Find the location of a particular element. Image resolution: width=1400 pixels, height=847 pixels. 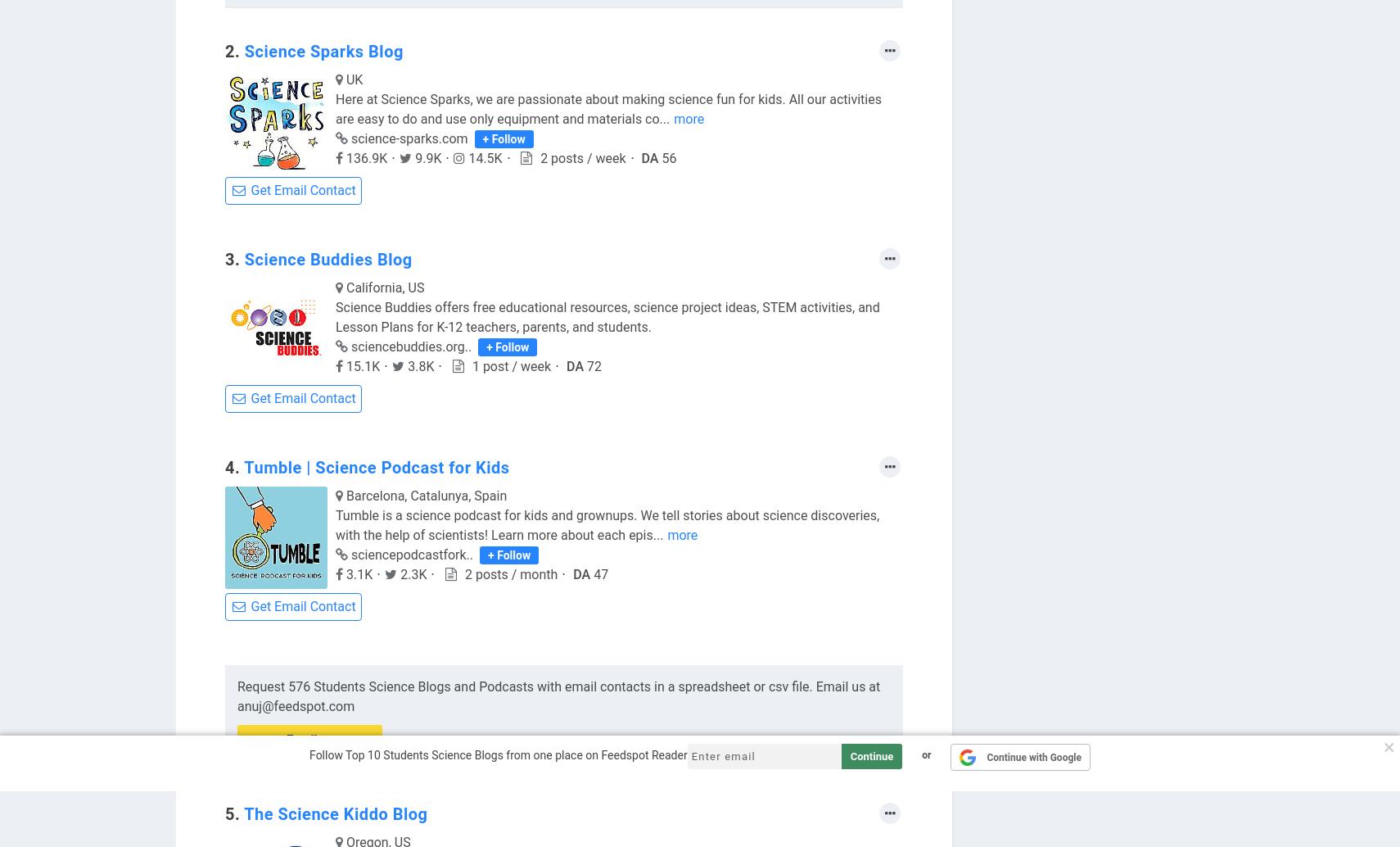

'2 posts / week' is located at coordinates (583, 158).